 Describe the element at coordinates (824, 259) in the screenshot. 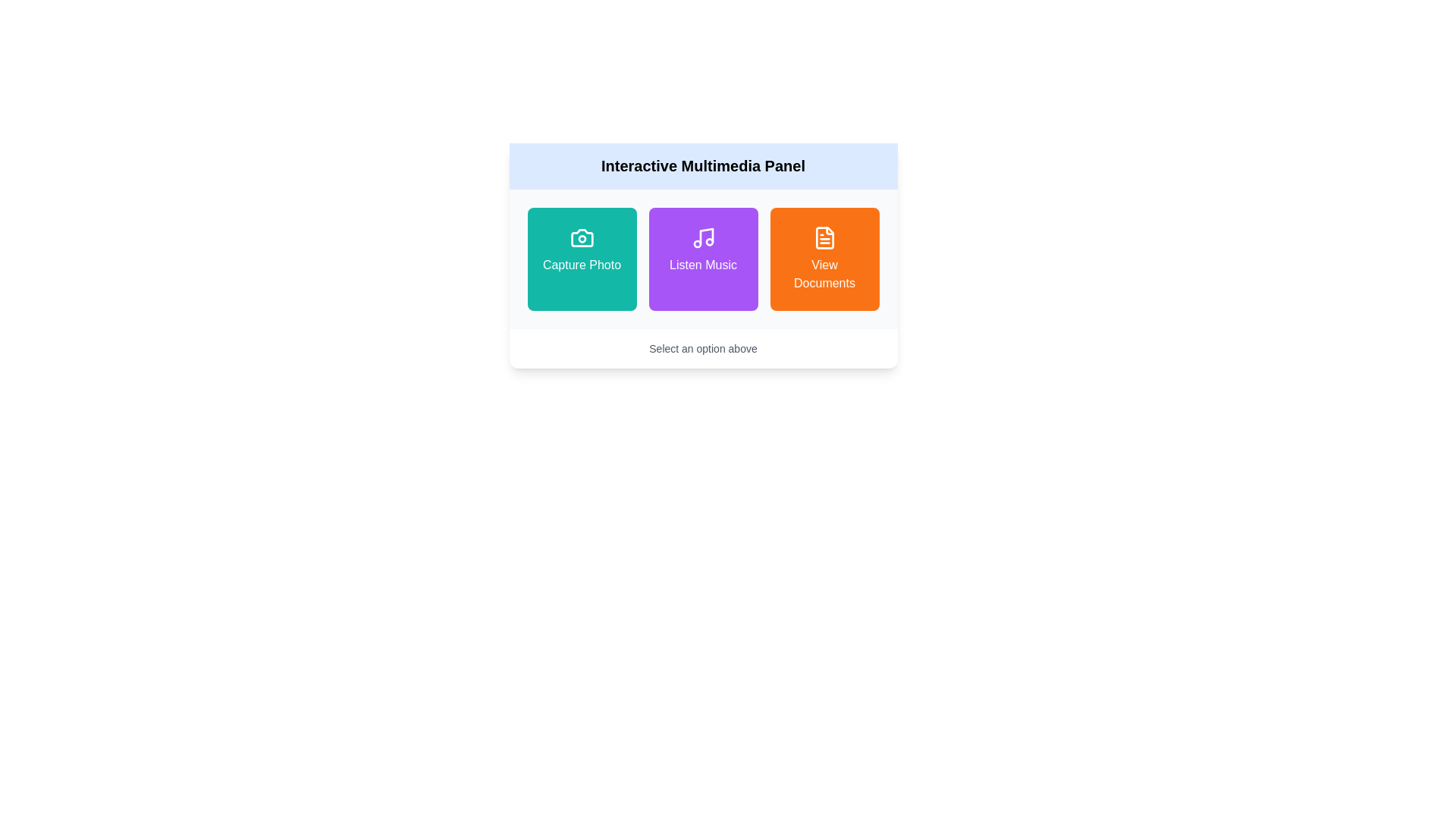

I see `the 'View Documents' button, which is the third button in a row of three buttons beneath the 'Interactive Multimedia Panel' header` at that location.